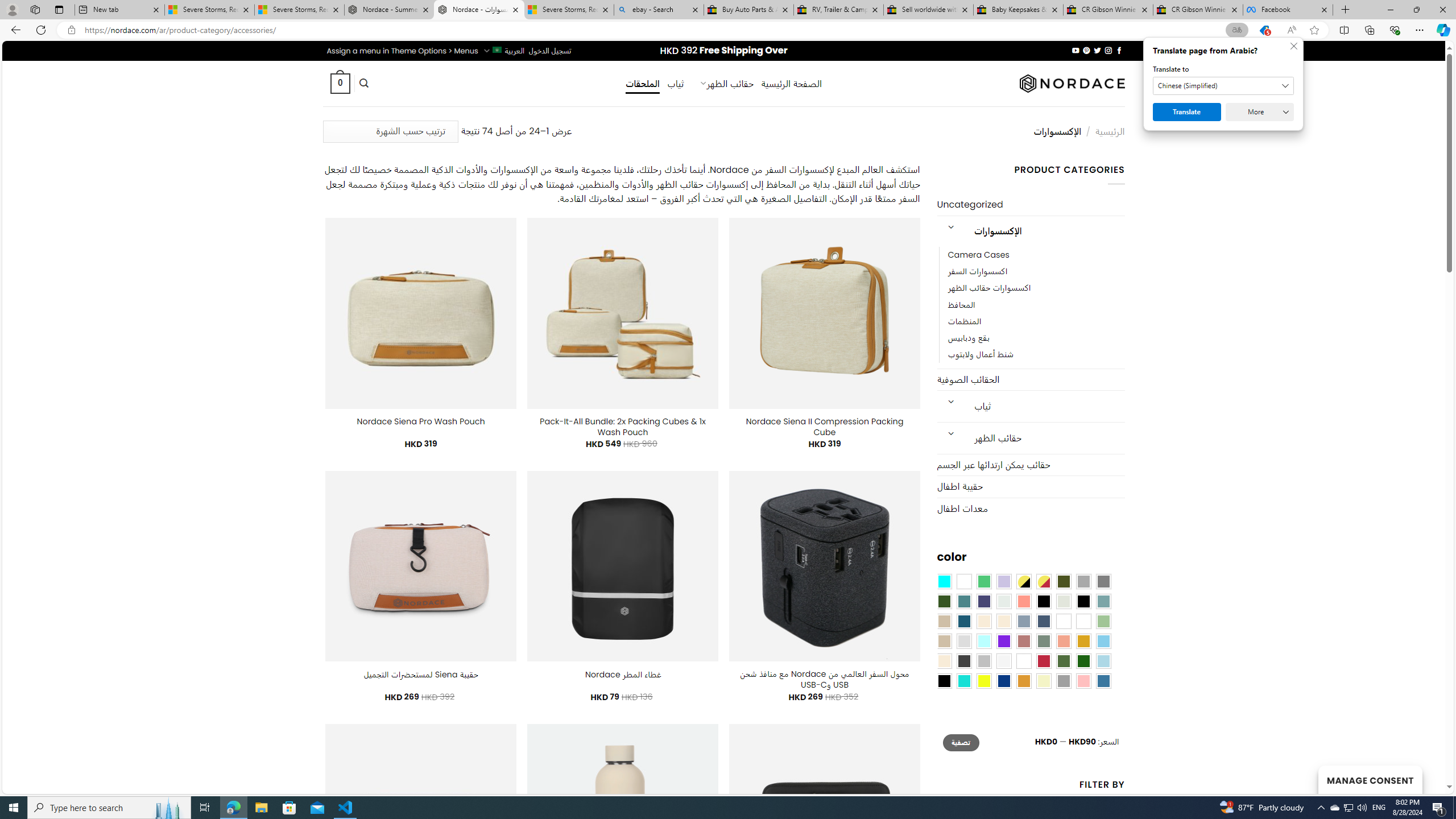  Describe the element at coordinates (983, 581) in the screenshot. I see `'Emerald Green'` at that location.